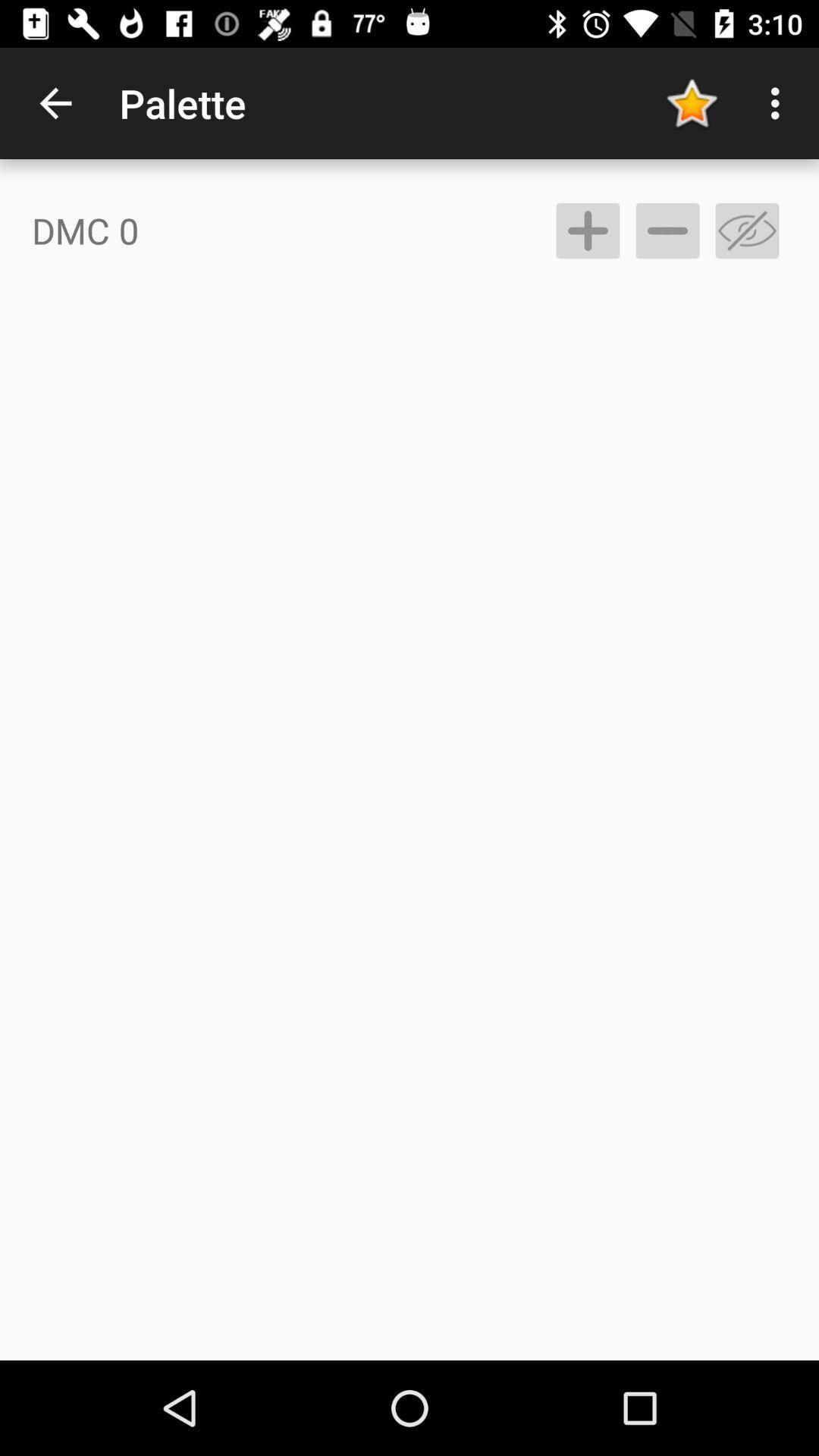 The image size is (819, 1456). What do you see at coordinates (746, 230) in the screenshot?
I see `the visibility icon` at bounding box center [746, 230].